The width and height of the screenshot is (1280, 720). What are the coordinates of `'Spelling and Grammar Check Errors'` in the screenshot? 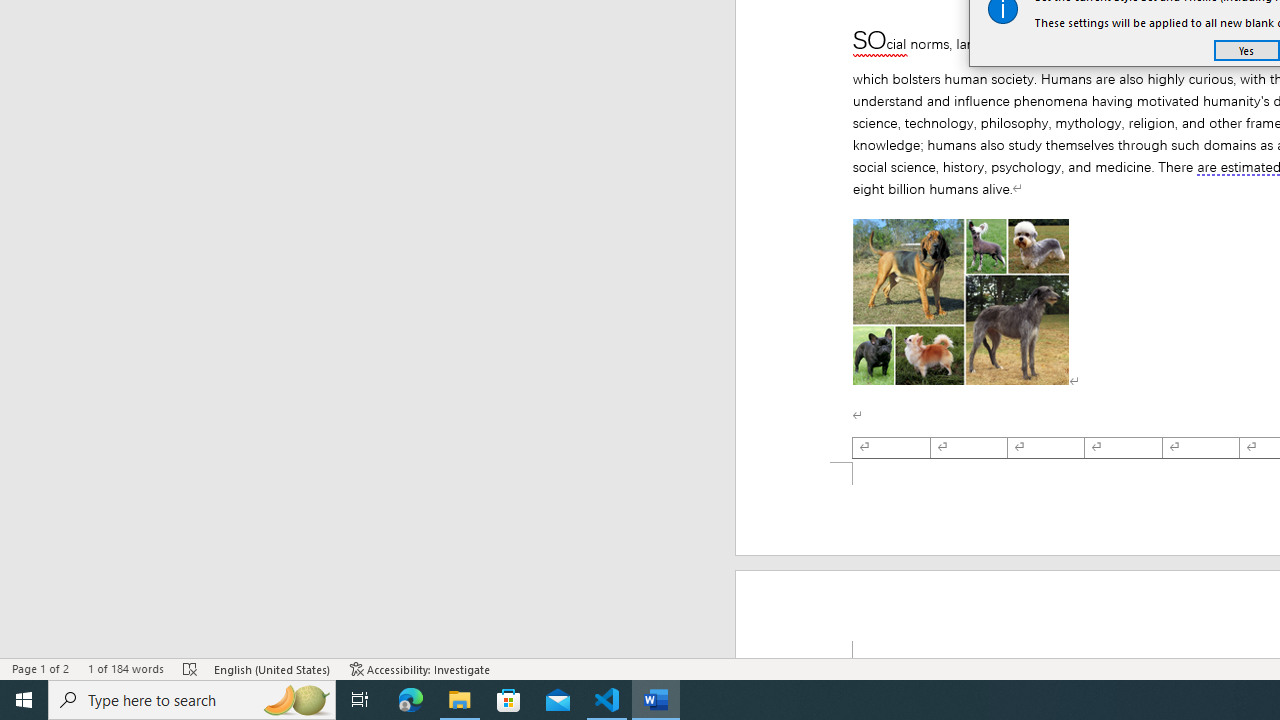 It's located at (191, 669).